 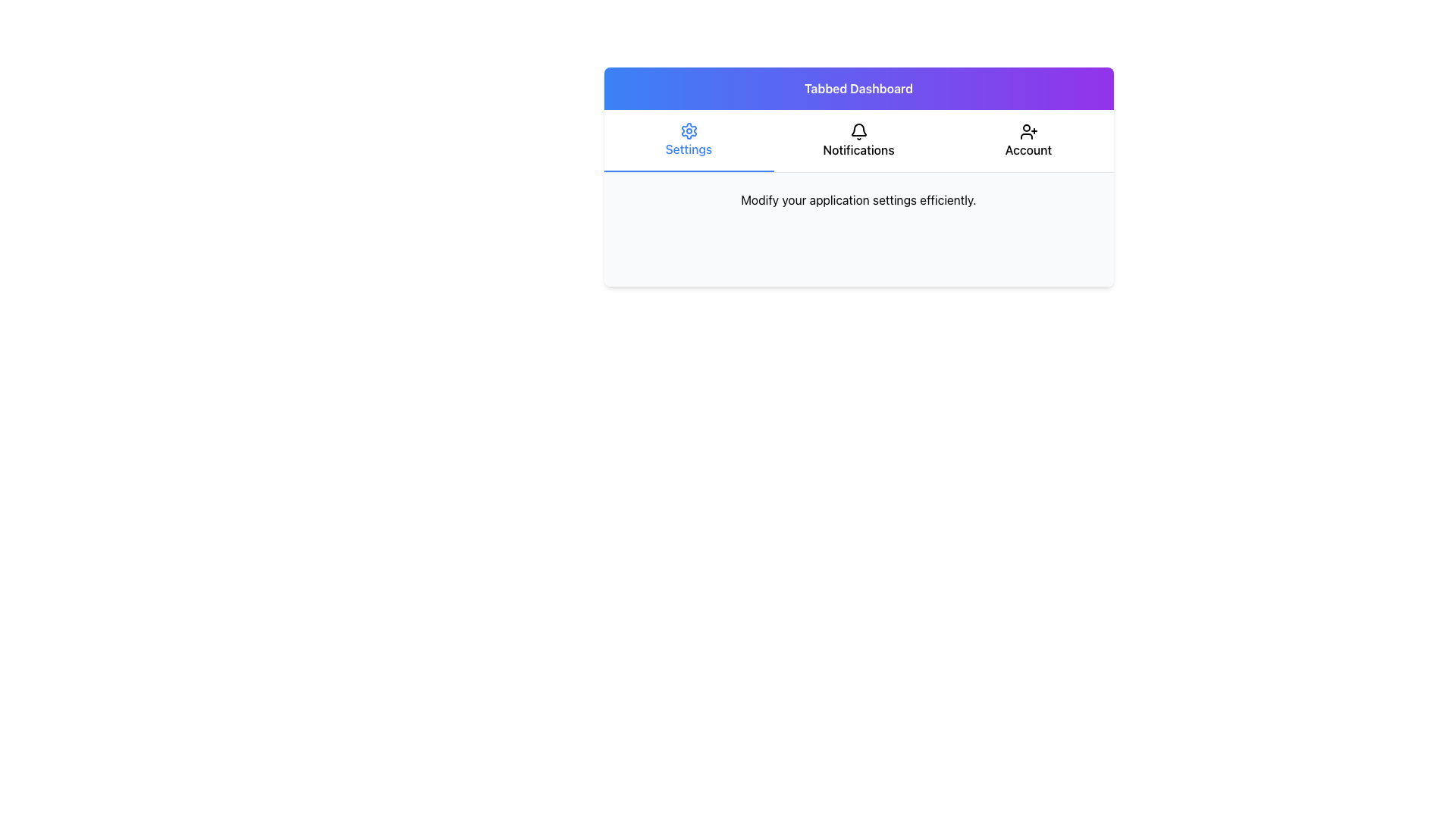 I want to click on the central navigation tab in the horizontal navigation bar, so click(x=858, y=141).